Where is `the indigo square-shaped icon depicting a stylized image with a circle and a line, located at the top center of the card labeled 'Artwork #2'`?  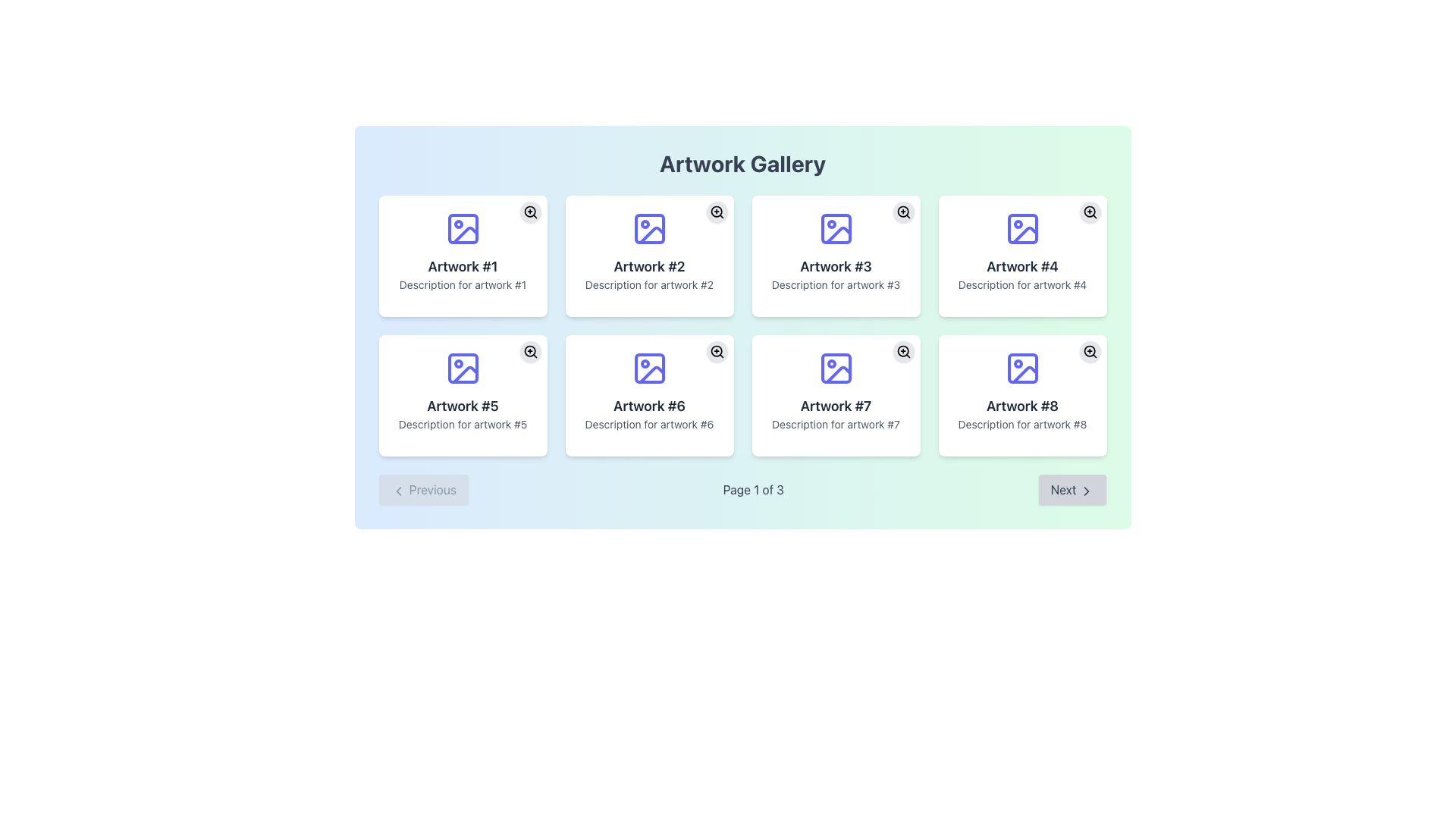 the indigo square-shaped icon depicting a stylized image with a circle and a line, located at the top center of the card labeled 'Artwork #2' is located at coordinates (649, 228).